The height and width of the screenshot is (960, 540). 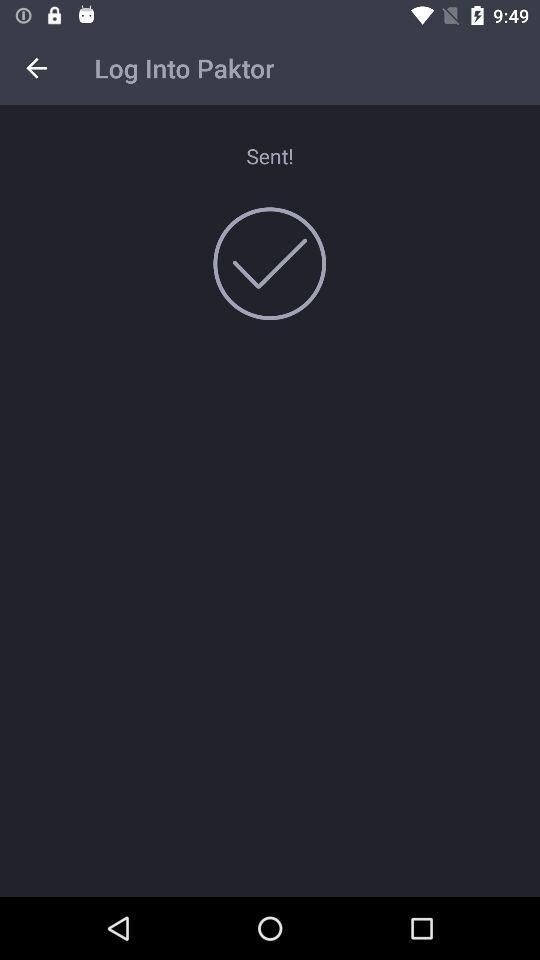 I want to click on item to the left of log into paktor item, so click(x=36, y=68).